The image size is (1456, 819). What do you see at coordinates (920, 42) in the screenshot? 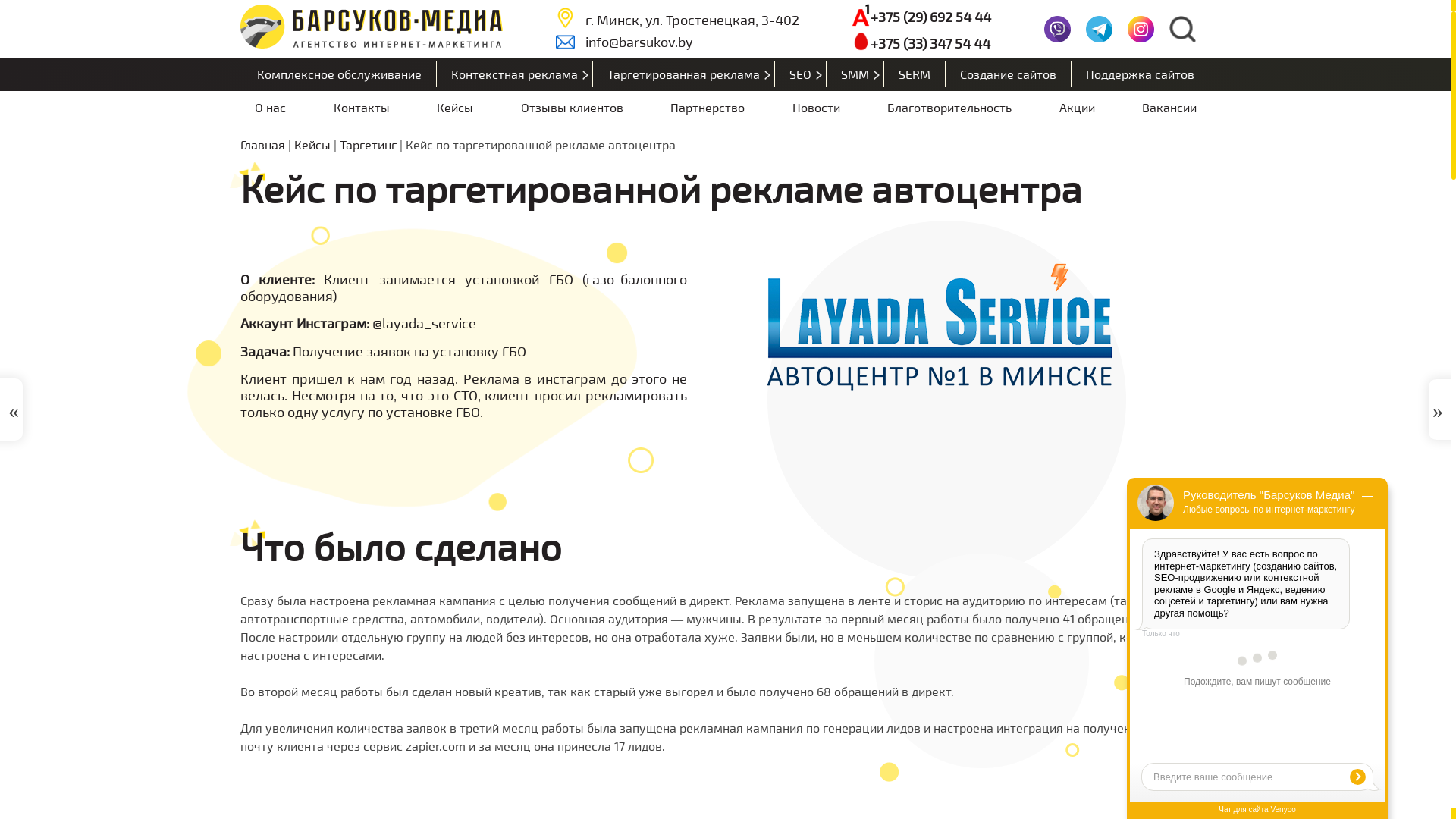
I see `'+375 (33) 347 54 44'` at bounding box center [920, 42].